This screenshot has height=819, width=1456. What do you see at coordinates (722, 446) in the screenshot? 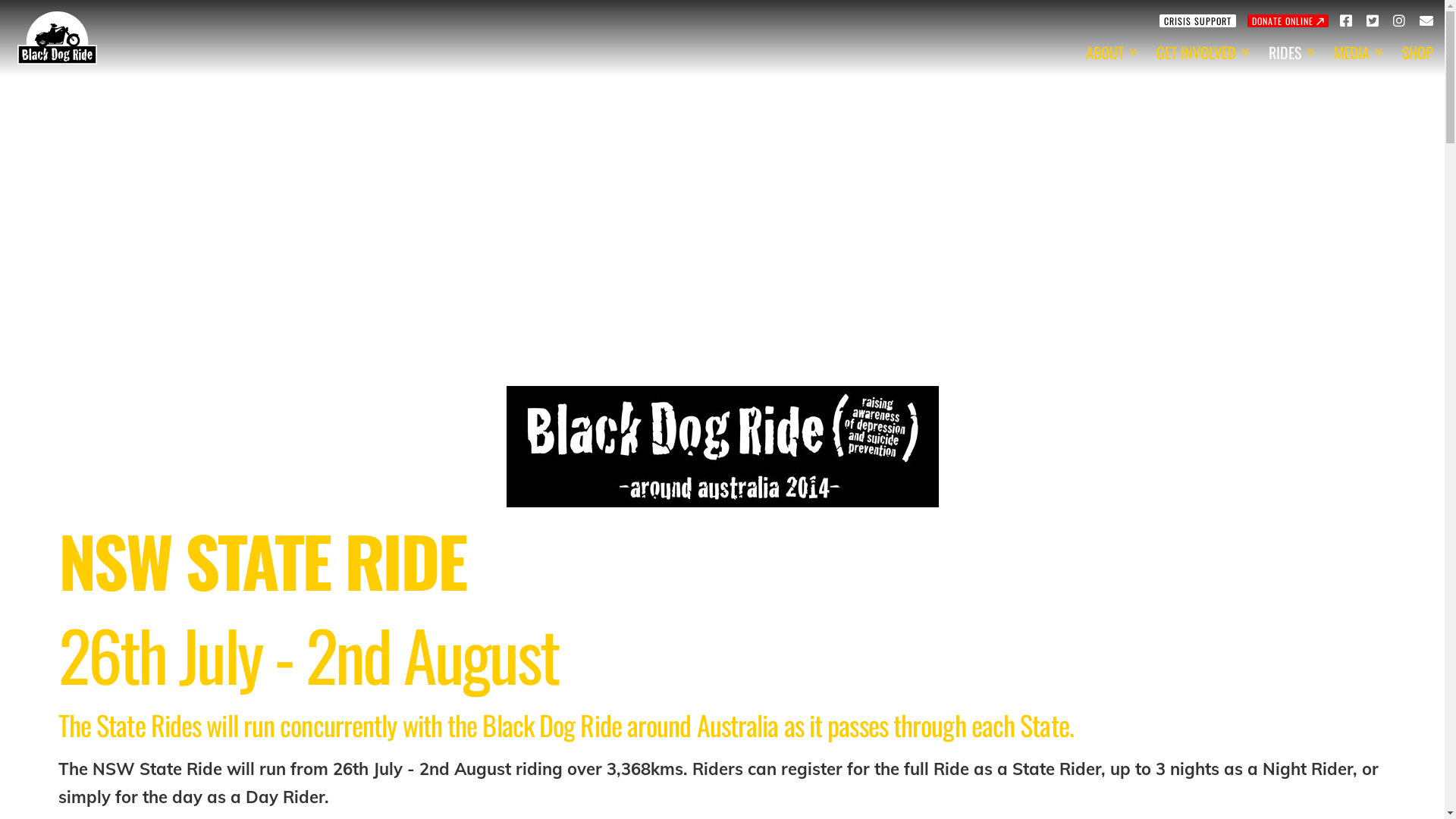
I see `'Black Dog Ride Around Australia - NSW State Ride'` at bounding box center [722, 446].